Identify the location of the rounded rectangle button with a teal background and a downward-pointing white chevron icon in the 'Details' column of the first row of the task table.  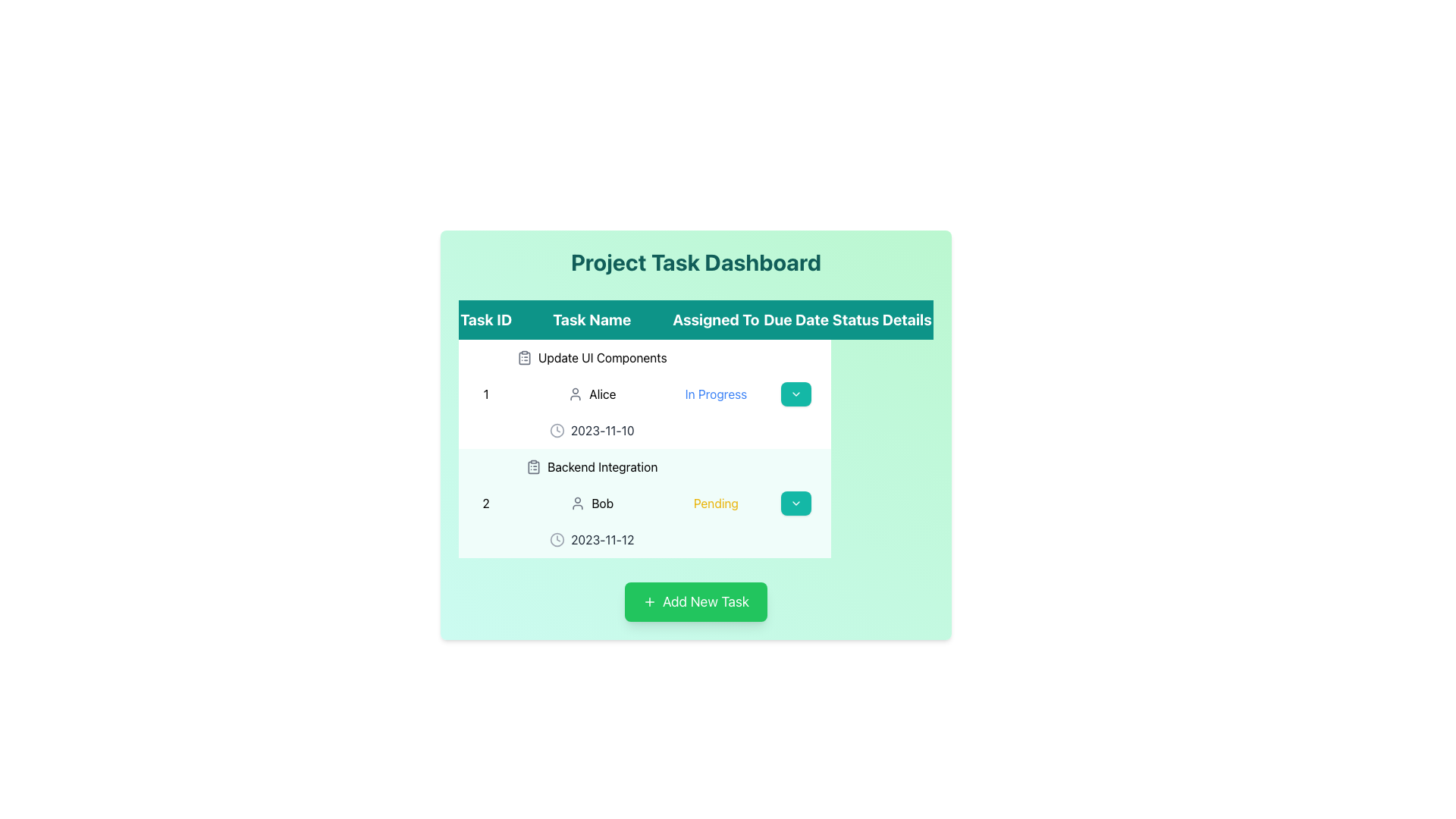
(795, 394).